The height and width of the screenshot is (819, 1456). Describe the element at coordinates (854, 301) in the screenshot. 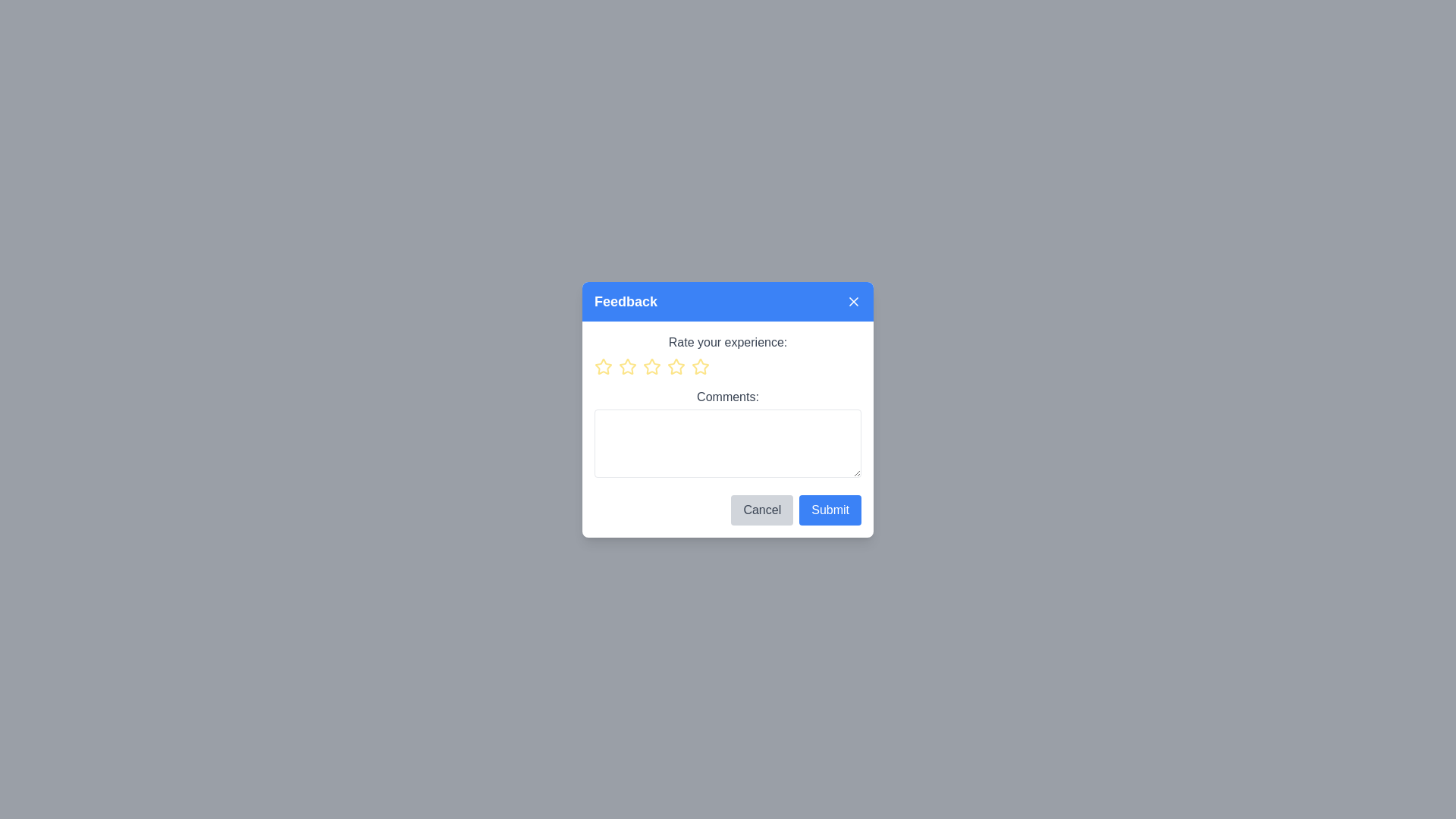

I see `the close button located to the right of the text 'Feedback' in the header section of the dialog box` at that location.